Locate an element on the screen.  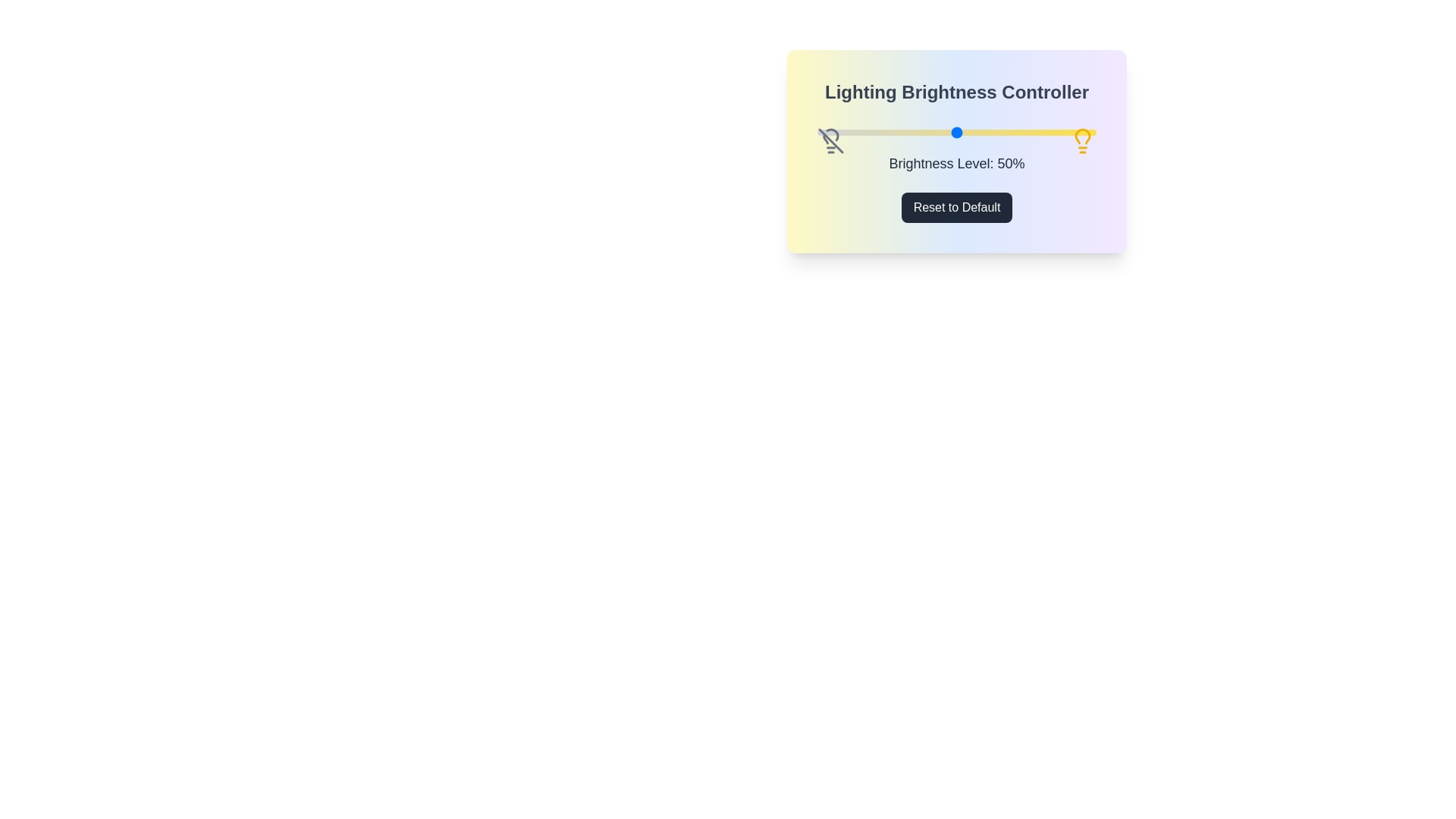
the brightness slider to 48% is located at coordinates (950, 131).